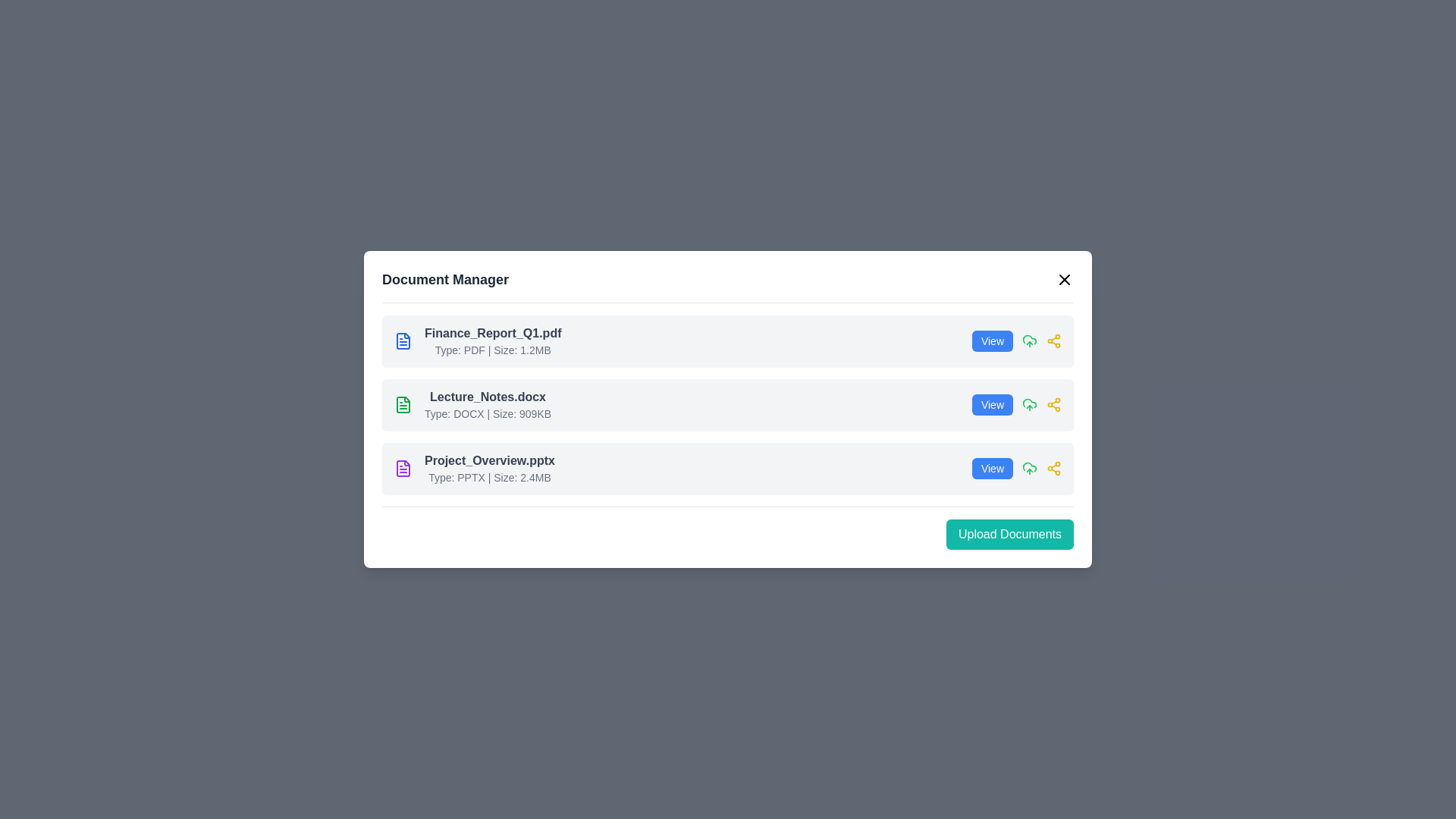 Image resolution: width=1456 pixels, height=819 pixels. I want to click on the rectangular button with a blue background and white text that reads 'View', so click(992, 467).